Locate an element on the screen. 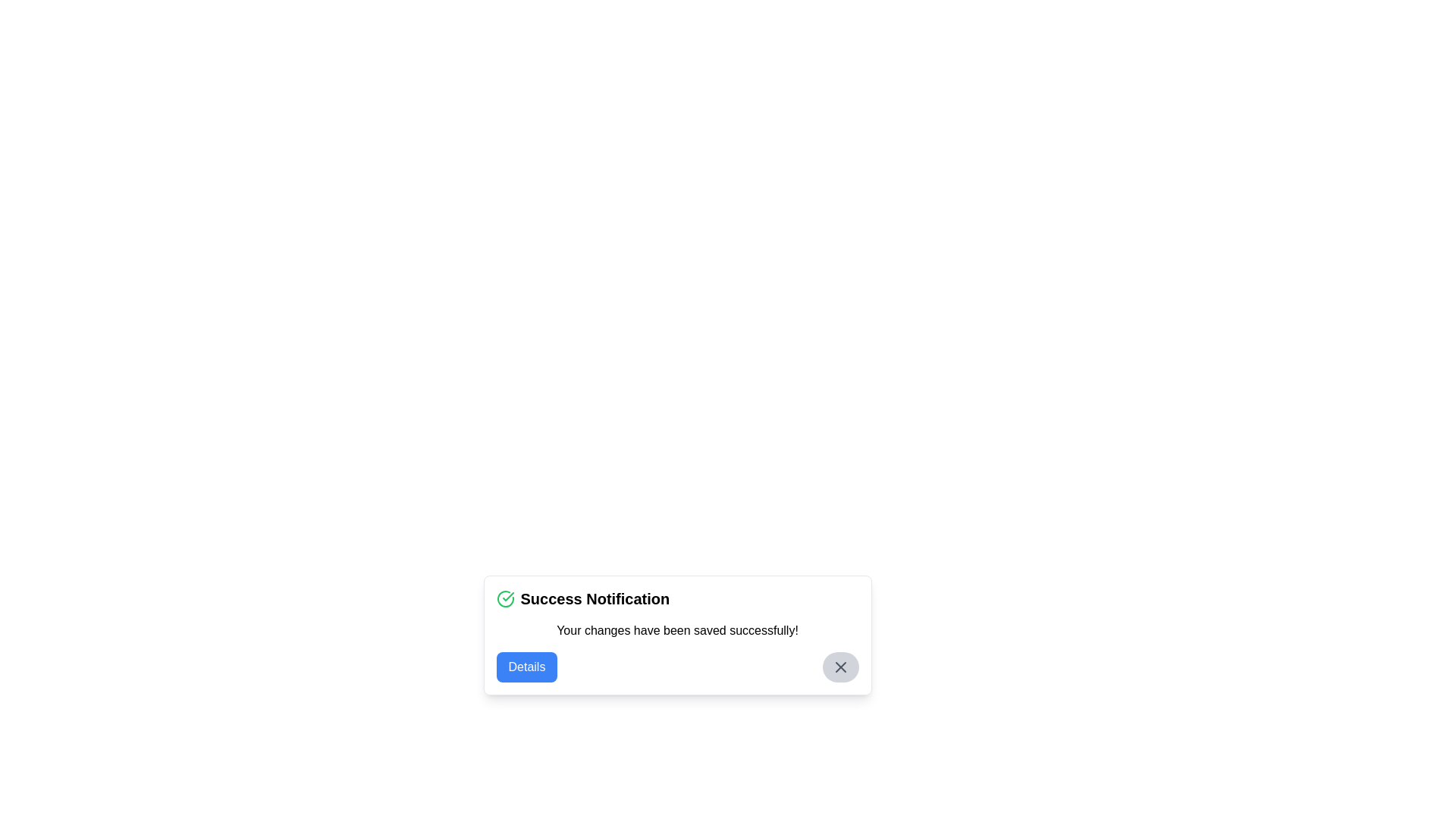 The height and width of the screenshot is (819, 1456). the static text element displaying the message 'Your changes have been saved successfully!' located within the notification dialog box is located at coordinates (676, 631).